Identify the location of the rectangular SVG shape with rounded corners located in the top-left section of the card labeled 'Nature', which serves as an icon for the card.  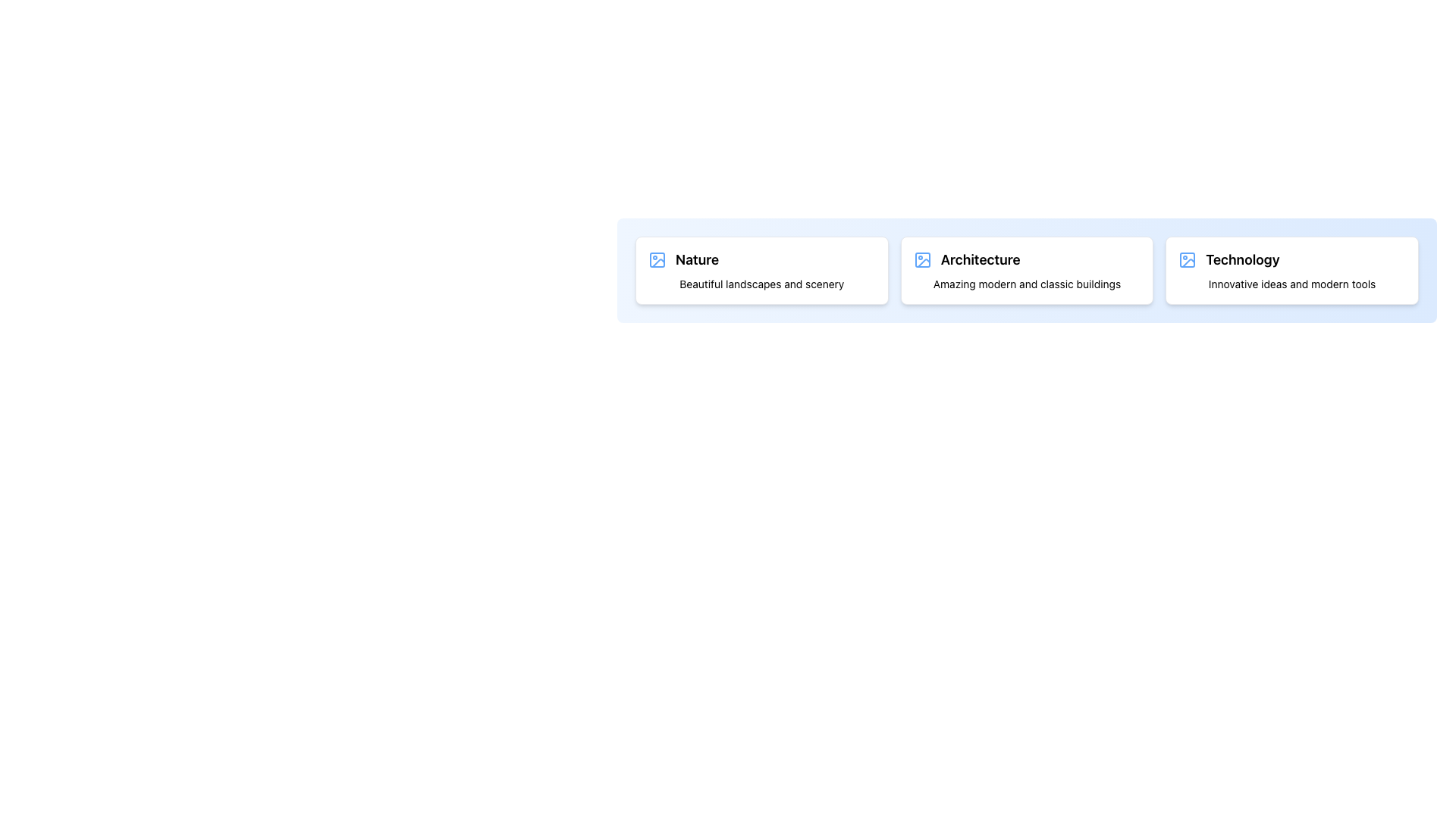
(657, 259).